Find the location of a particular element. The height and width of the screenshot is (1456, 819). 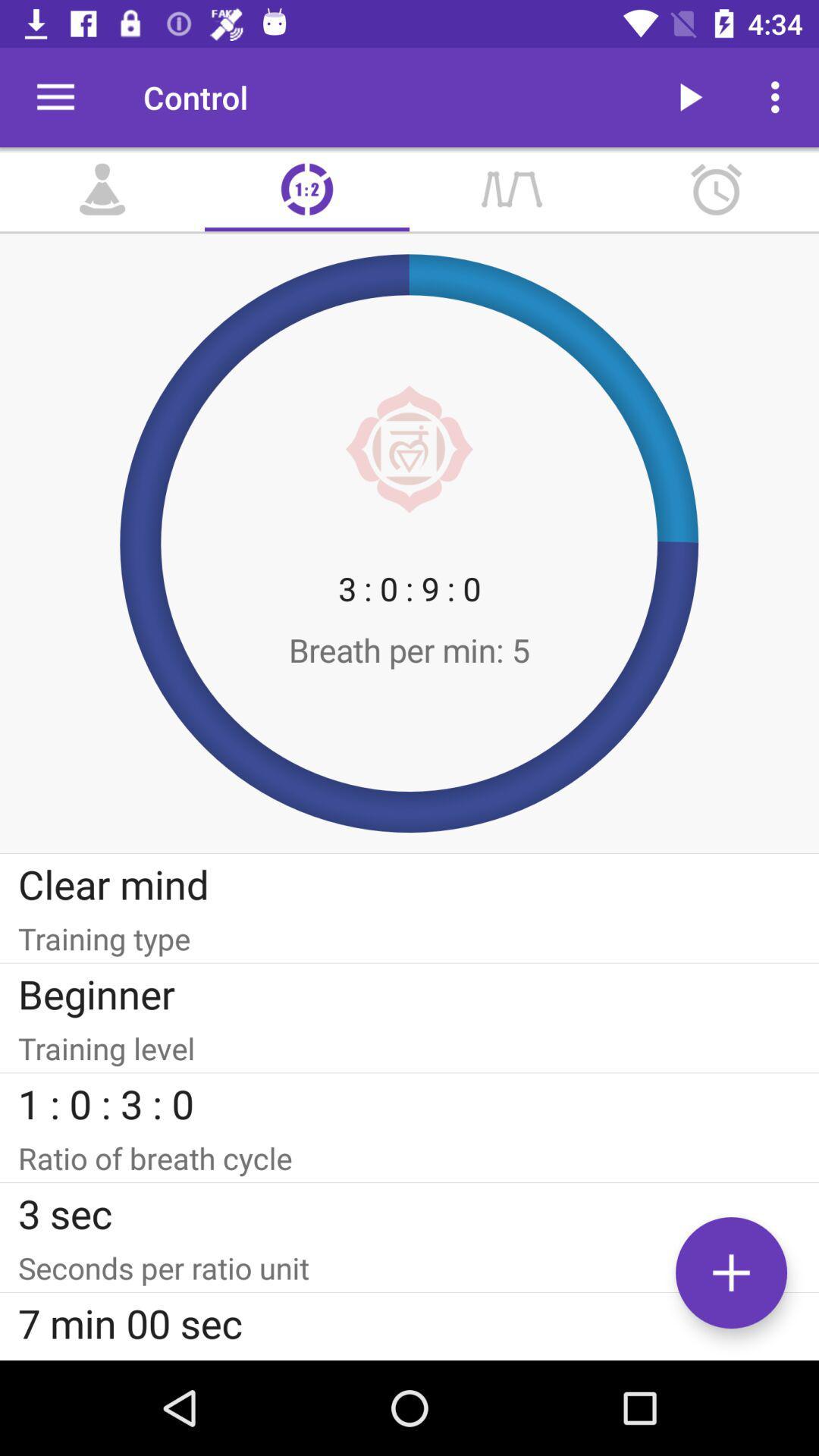

the total training duration is located at coordinates (409, 1357).